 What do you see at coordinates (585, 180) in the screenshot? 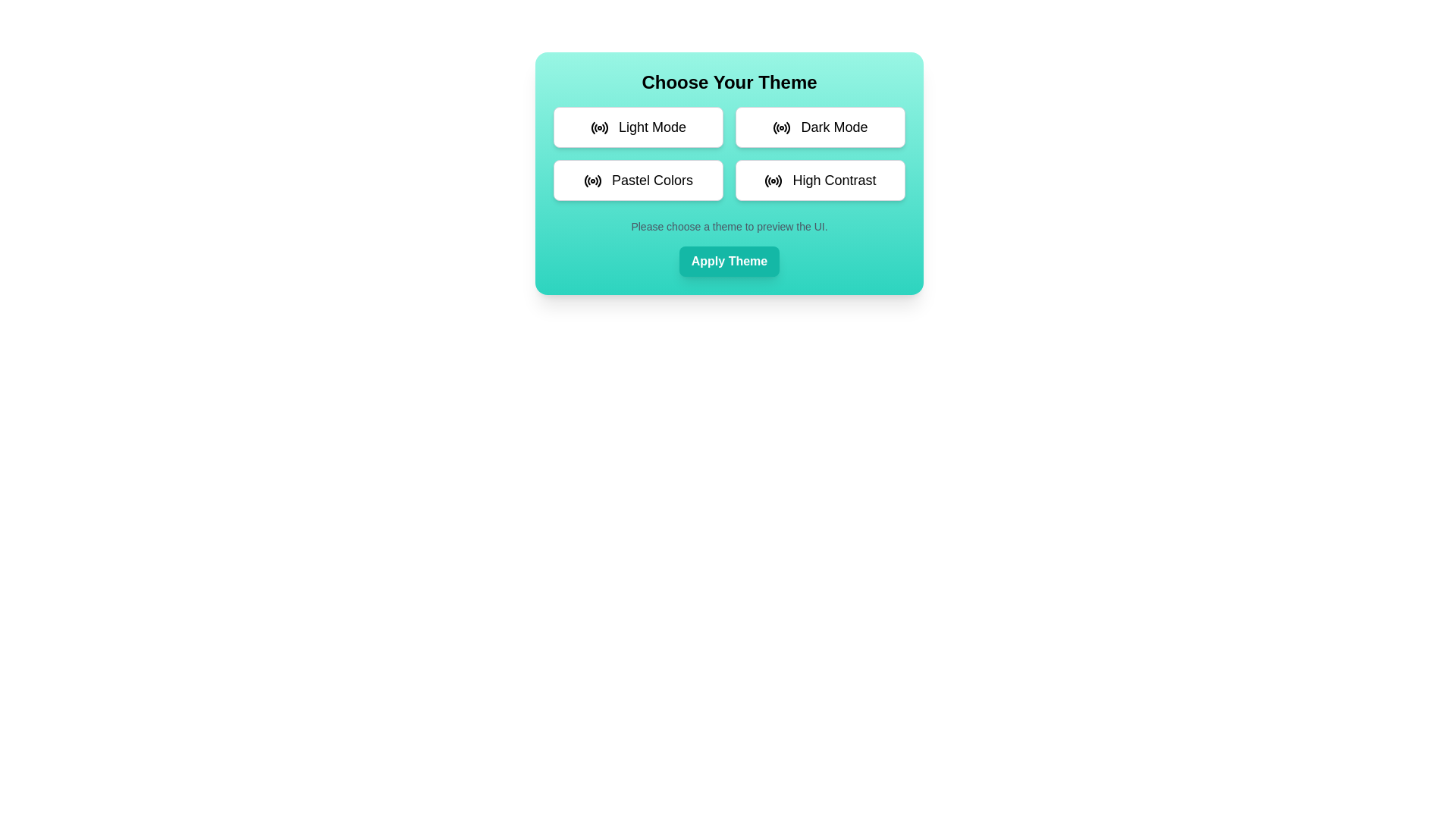
I see `attributes of the decorative icon component of the radio button for 'Pastel Colors', which is the first segment of the SVG icon` at bounding box center [585, 180].